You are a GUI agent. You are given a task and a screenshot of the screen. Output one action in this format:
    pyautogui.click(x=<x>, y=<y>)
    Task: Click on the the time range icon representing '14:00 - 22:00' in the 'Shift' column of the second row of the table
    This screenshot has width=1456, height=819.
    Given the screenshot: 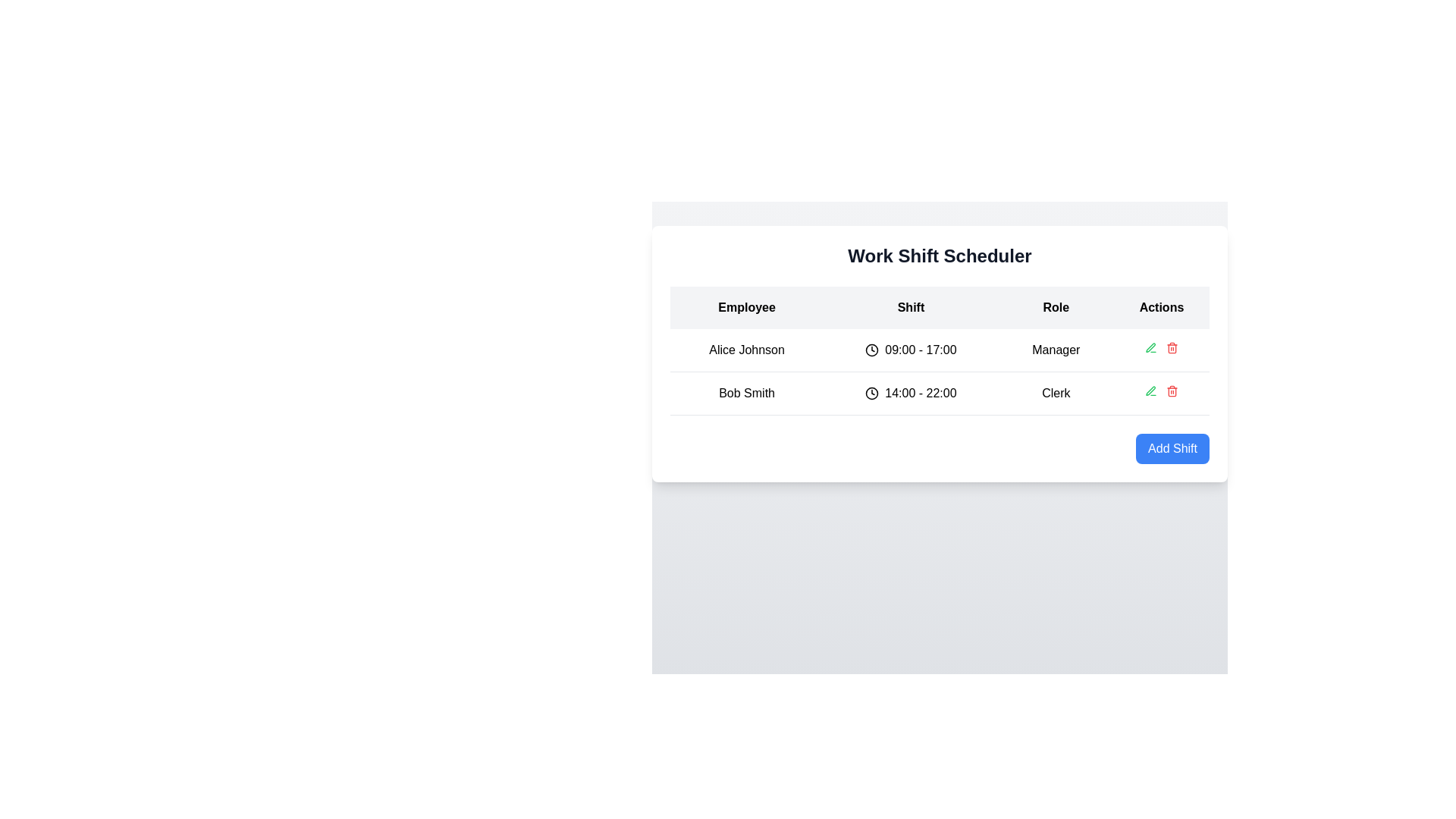 What is the action you would take?
    pyautogui.click(x=872, y=393)
    